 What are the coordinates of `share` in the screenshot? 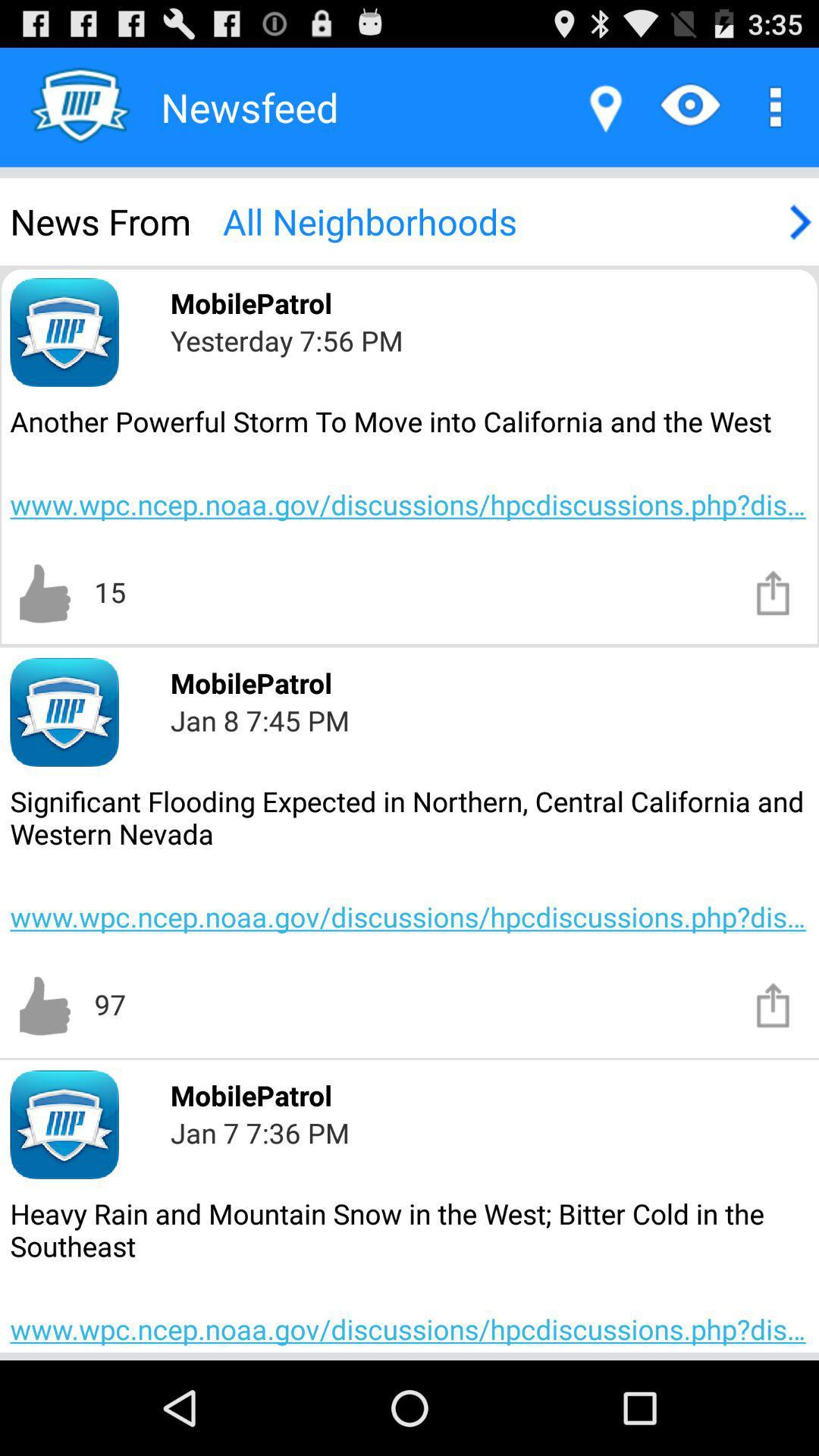 It's located at (773, 591).